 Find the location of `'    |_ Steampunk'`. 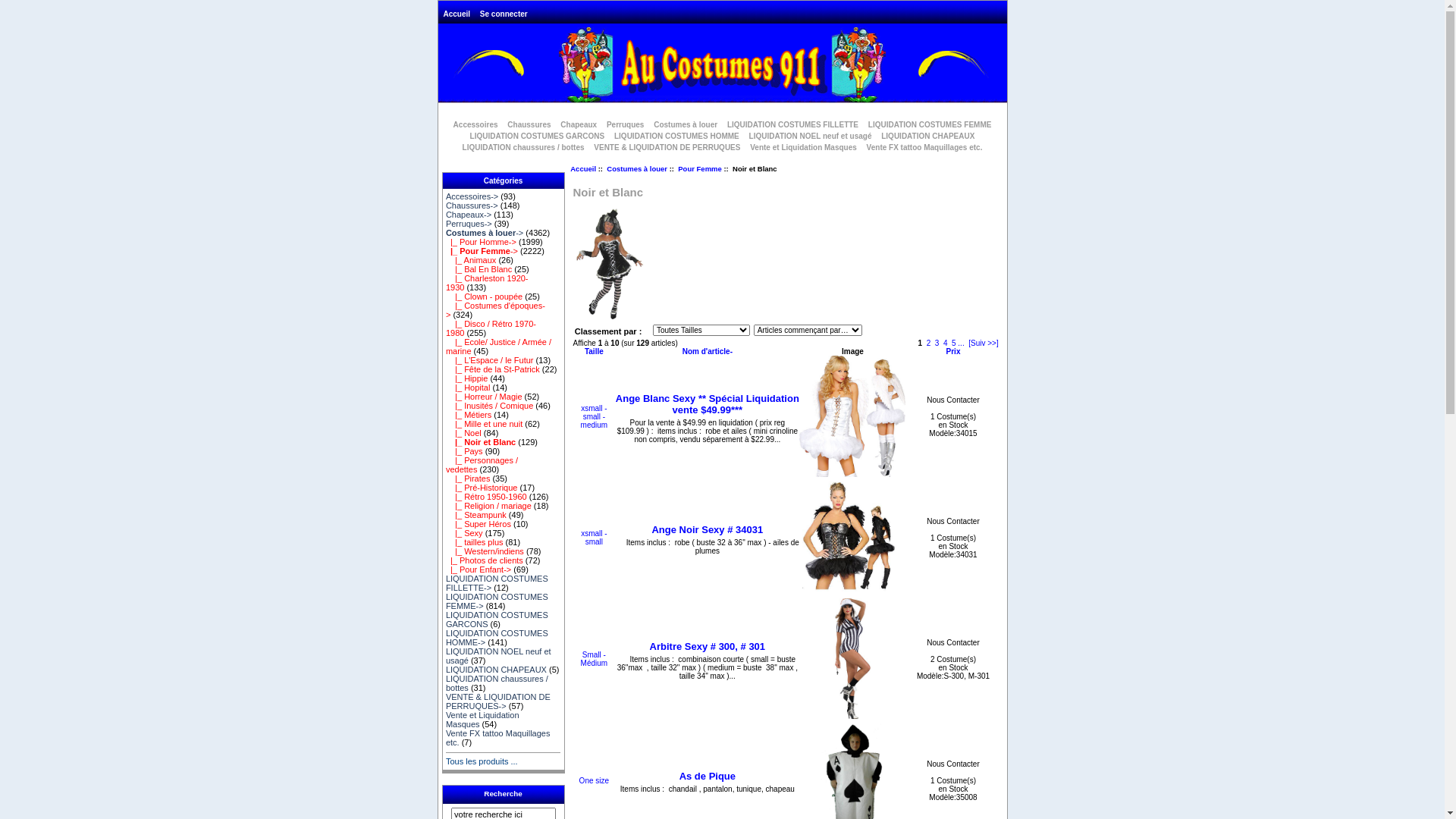

'    |_ Steampunk' is located at coordinates (475, 513).